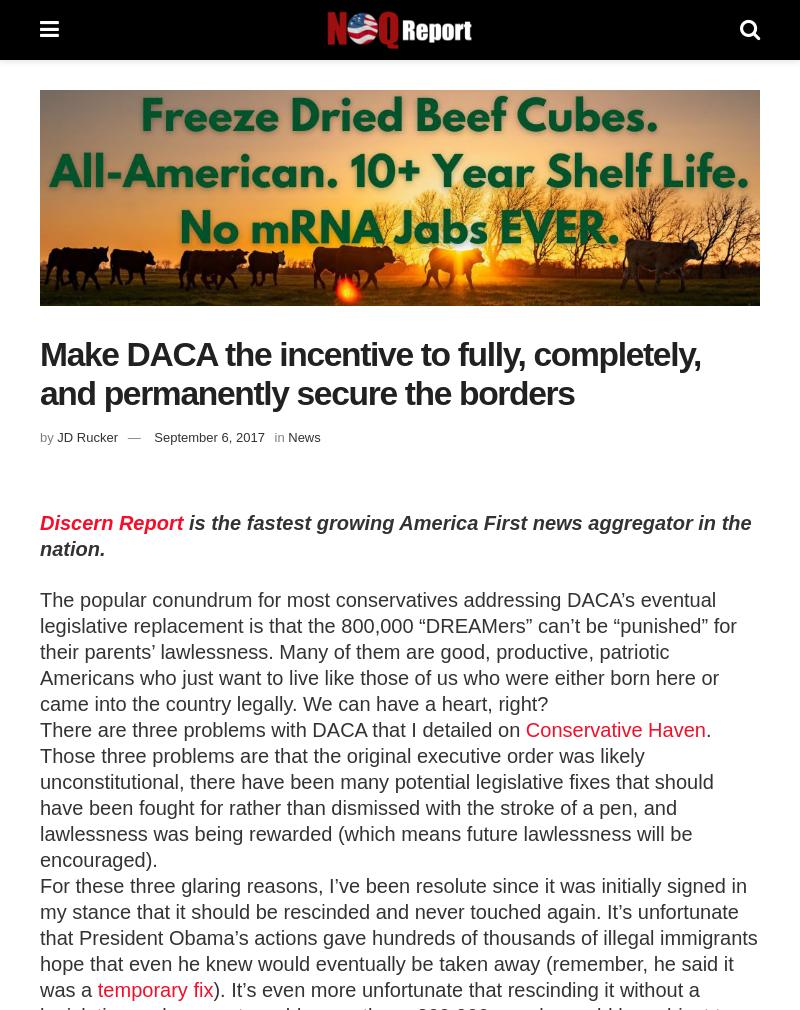 This screenshot has height=1010, width=800. What do you see at coordinates (375, 794) in the screenshot?
I see `'. Those three problems are that the original executive order was likely unconstitutional, there have been many potential legislative fixes that should have been fought for rather than dismissed with the stroke of a pen, and lawlessness was being rewarded (which means future lawlessness will be encouraged).'` at bounding box center [375, 794].